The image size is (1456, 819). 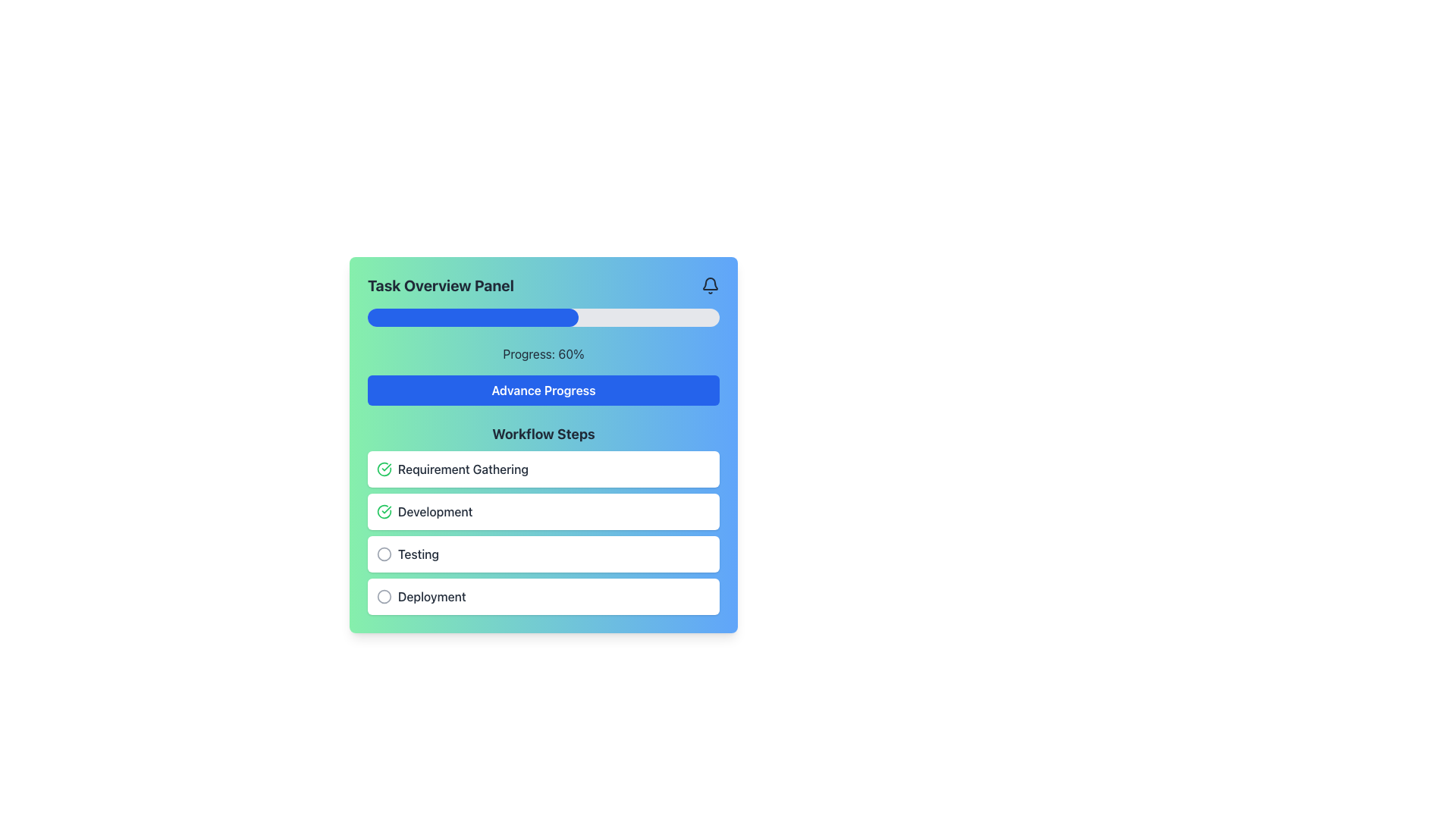 I want to click on the circular checkbox icon located to the left of the text 'Testing' in the 'Workflow Steps' section, so click(x=384, y=554).